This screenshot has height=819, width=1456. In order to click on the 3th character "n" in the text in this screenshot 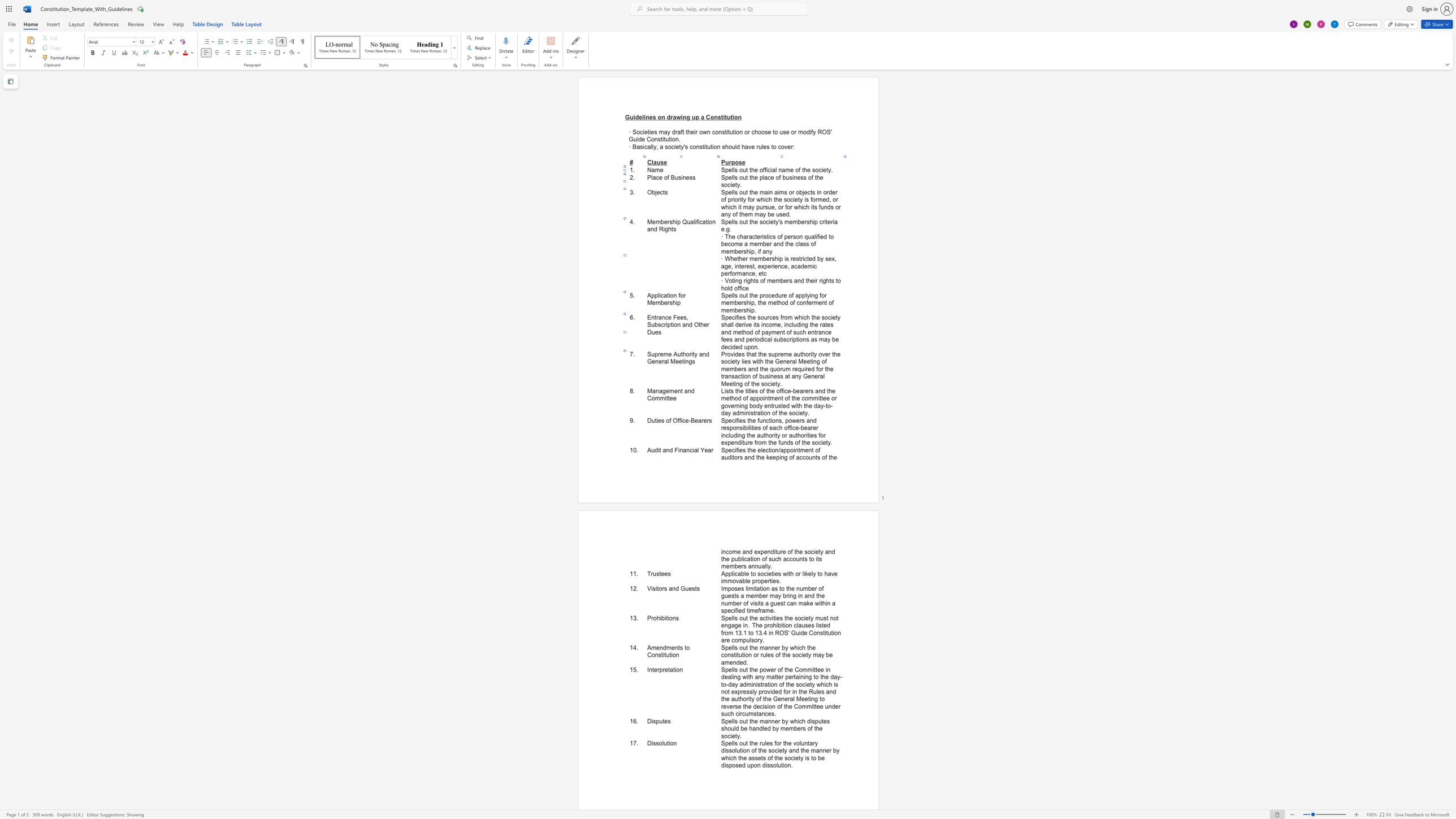, I will do `click(689, 390)`.